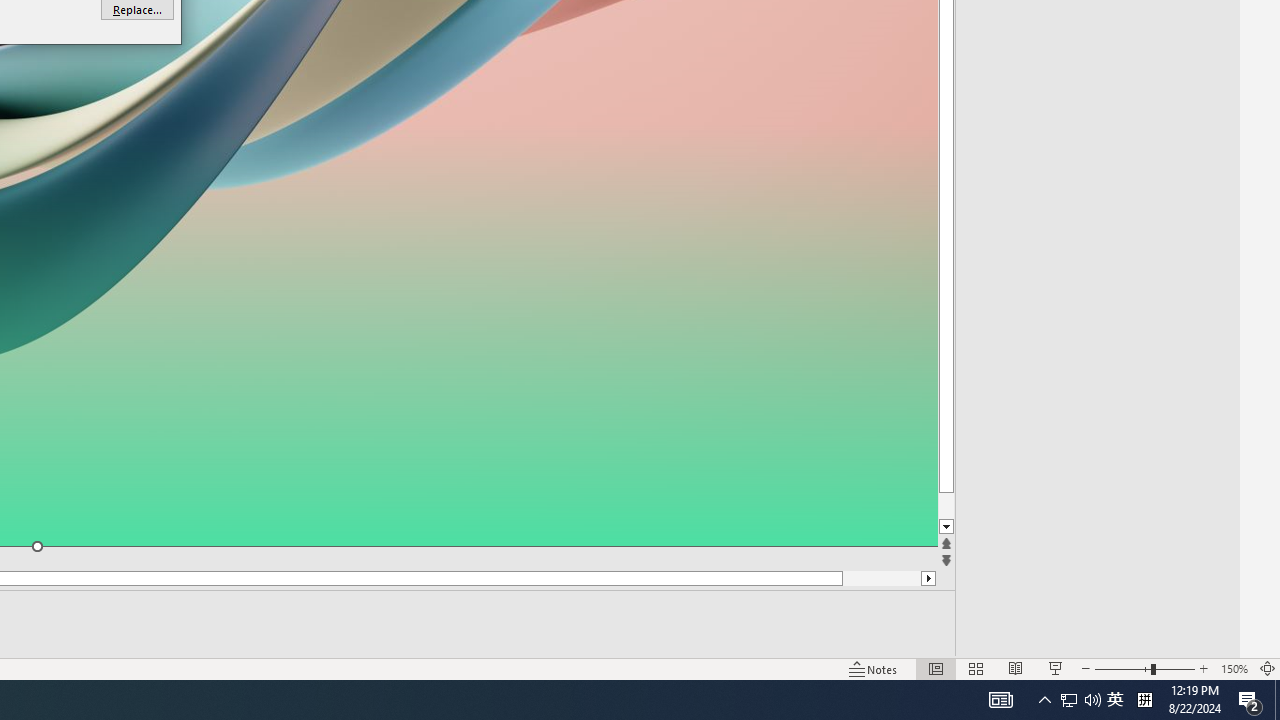 This screenshot has height=720, width=1280. What do you see at coordinates (1233, 669) in the screenshot?
I see `'Zoom 150%'` at bounding box center [1233, 669].